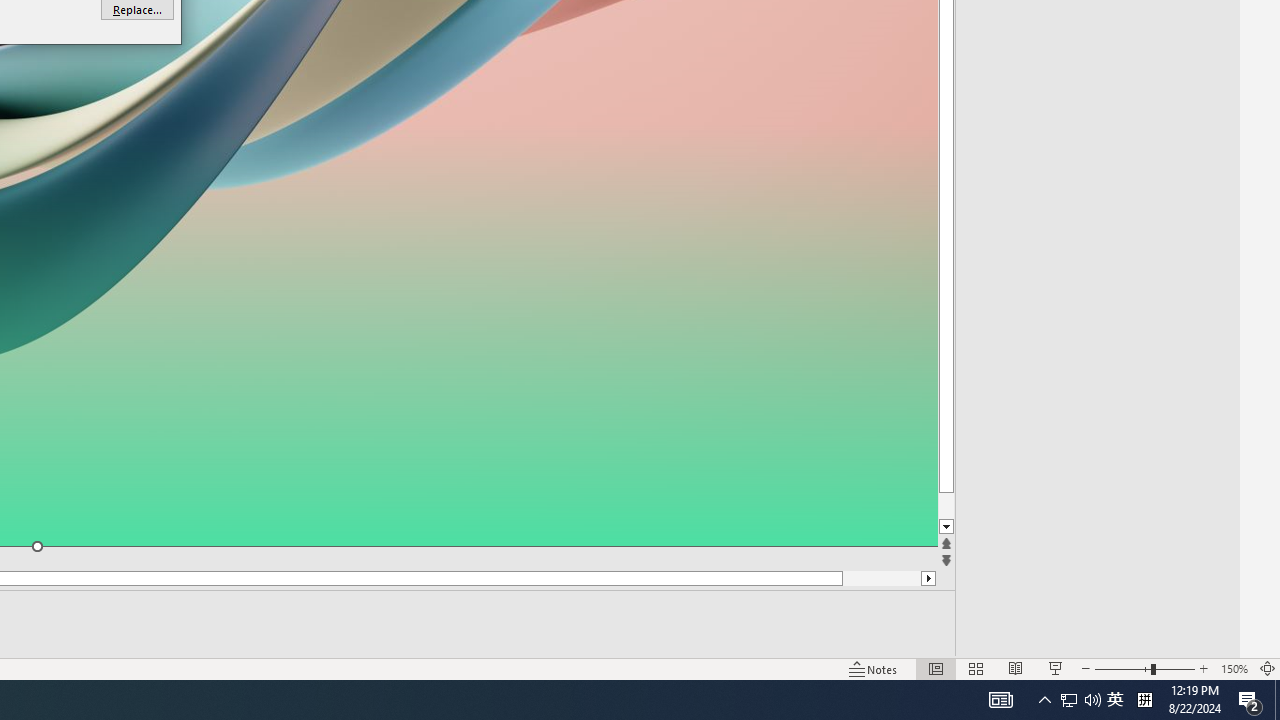 This screenshot has height=720, width=1280. What do you see at coordinates (1233, 669) in the screenshot?
I see `'Zoom 150%'` at bounding box center [1233, 669].